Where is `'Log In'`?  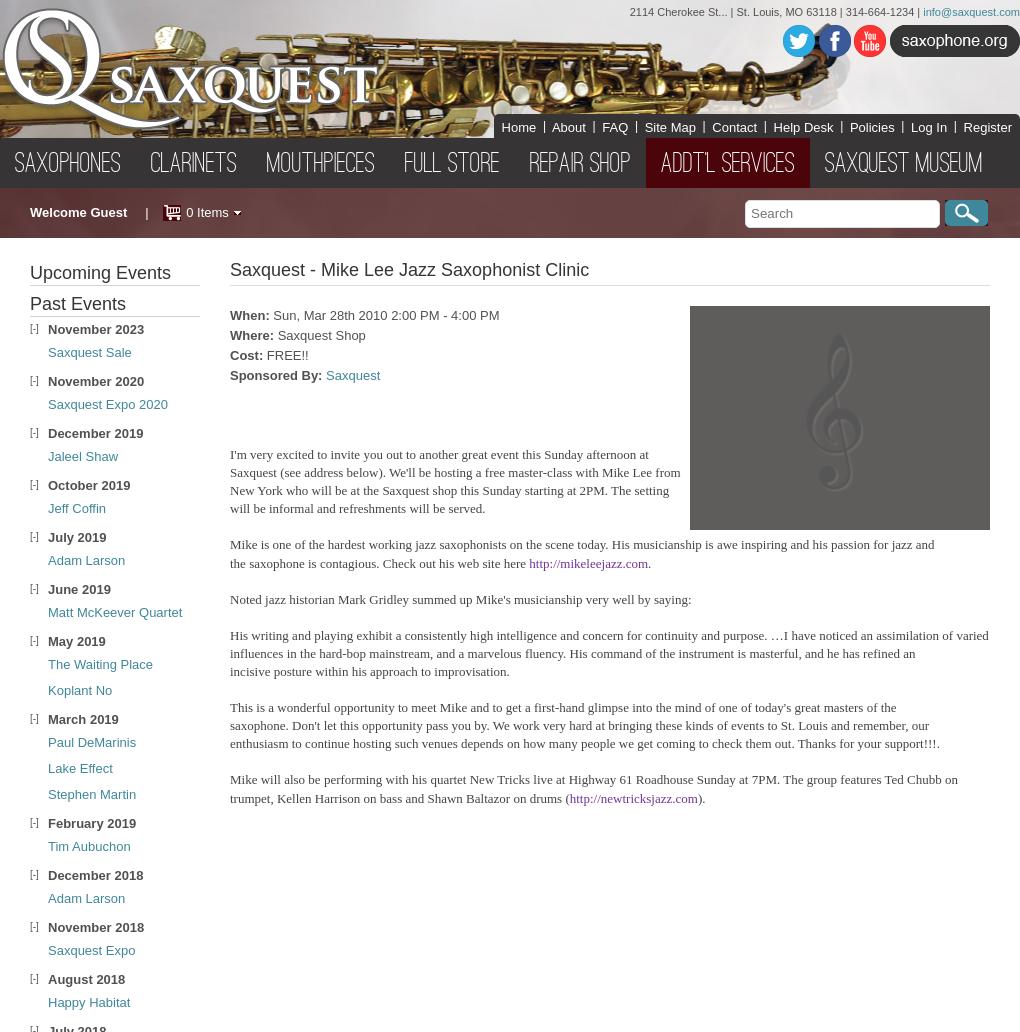
'Log In' is located at coordinates (929, 126).